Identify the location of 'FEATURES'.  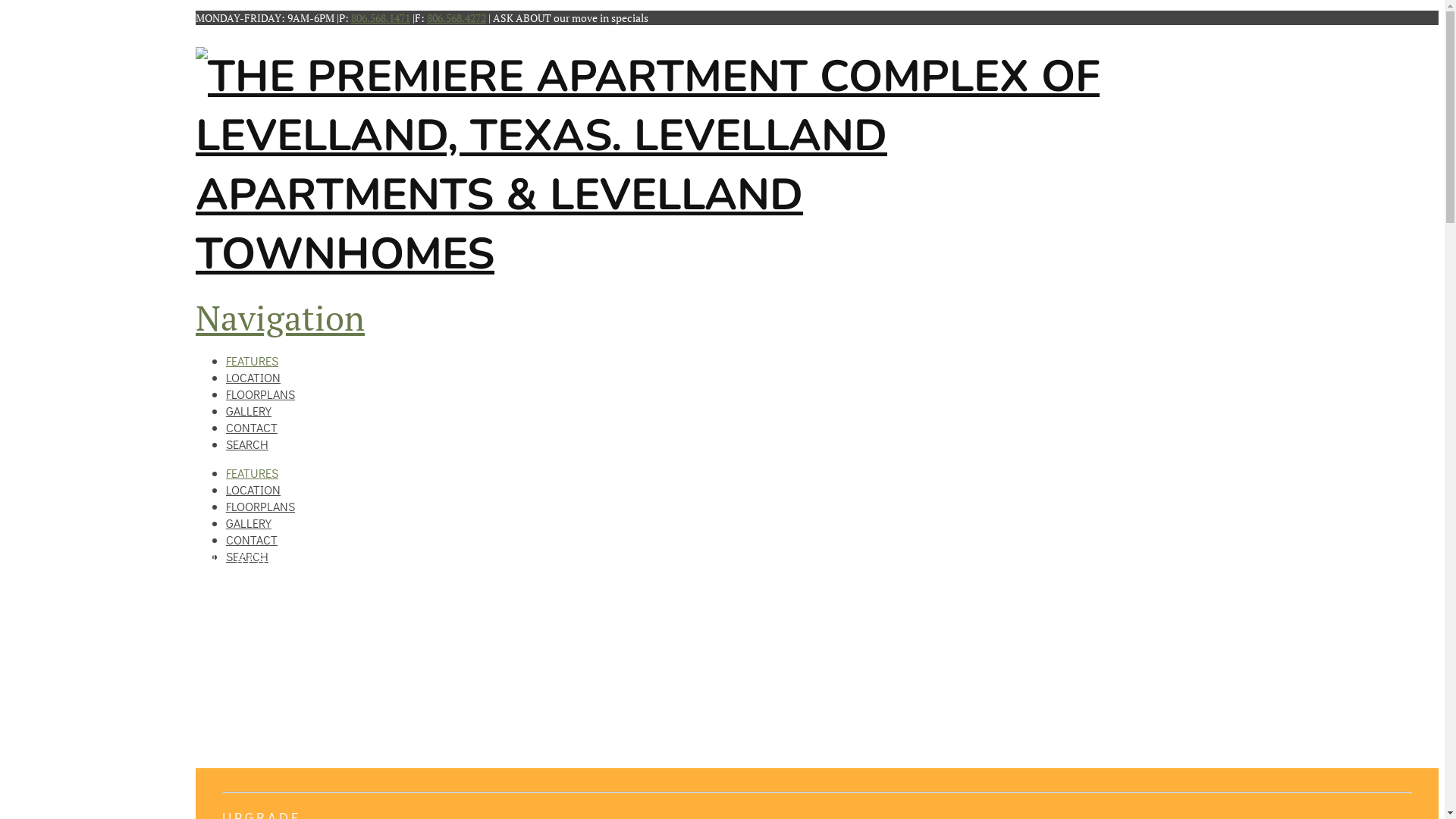
(252, 356).